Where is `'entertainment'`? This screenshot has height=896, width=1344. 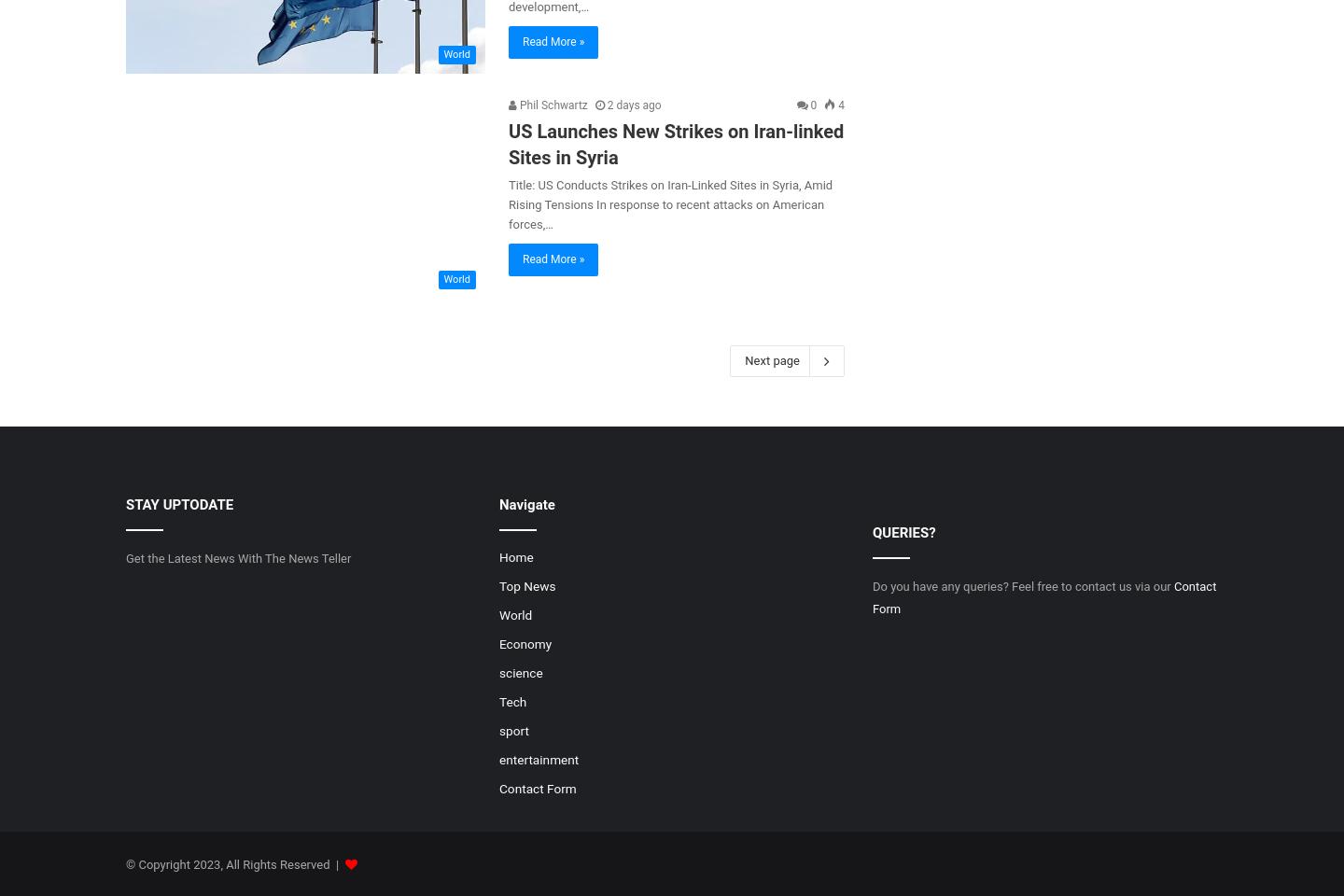 'entertainment' is located at coordinates (539, 759).